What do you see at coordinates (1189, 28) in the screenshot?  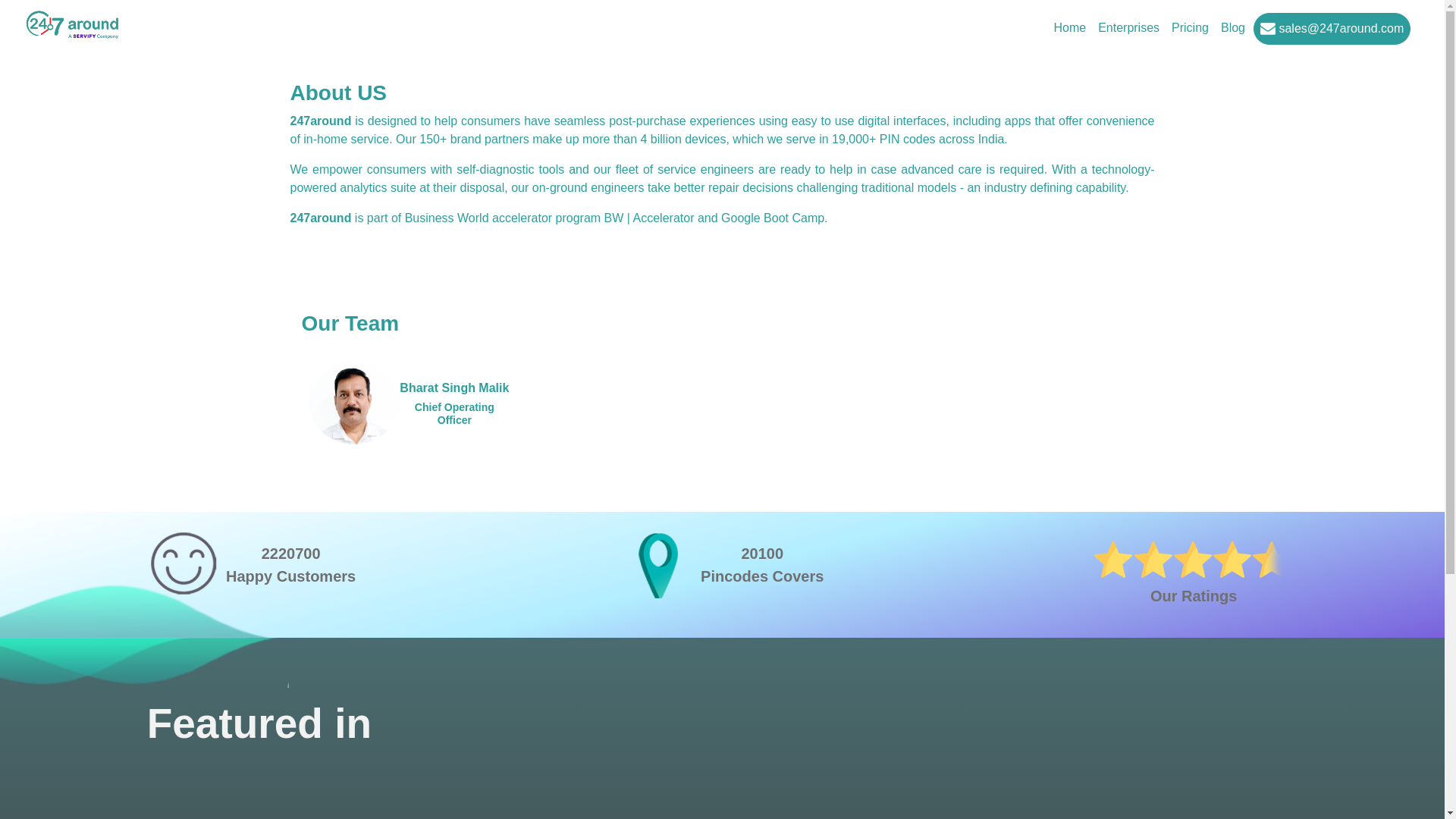 I see `'Pricing'` at bounding box center [1189, 28].